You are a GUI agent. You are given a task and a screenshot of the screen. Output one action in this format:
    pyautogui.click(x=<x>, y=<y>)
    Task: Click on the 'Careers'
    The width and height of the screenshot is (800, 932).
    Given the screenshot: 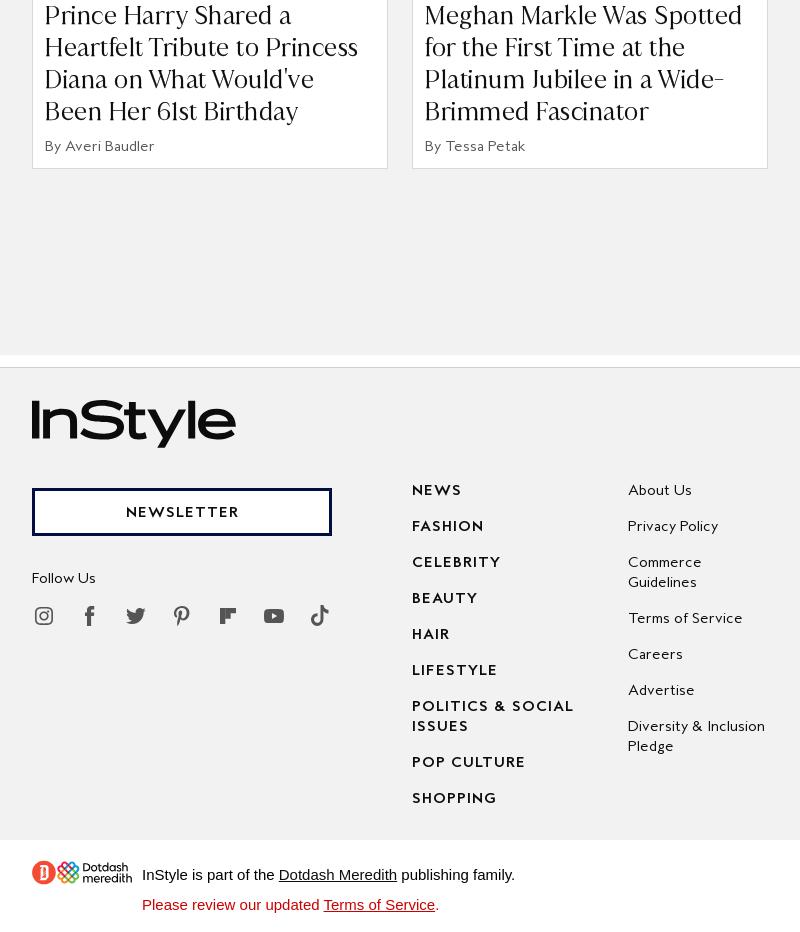 What is the action you would take?
    pyautogui.click(x=653, y=652)
    